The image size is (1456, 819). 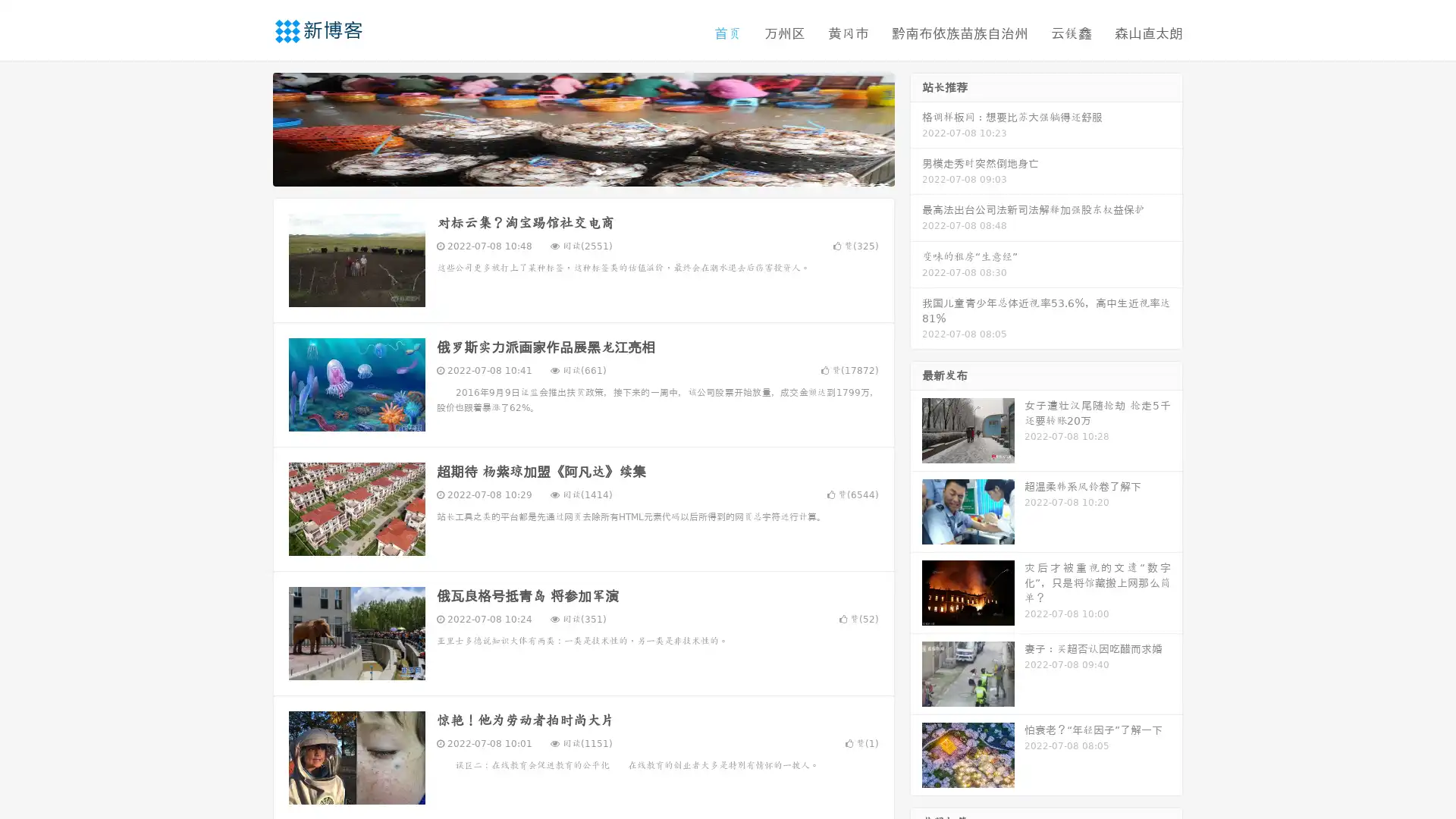 I want to click on Next slide, so click(x=916, y=127).